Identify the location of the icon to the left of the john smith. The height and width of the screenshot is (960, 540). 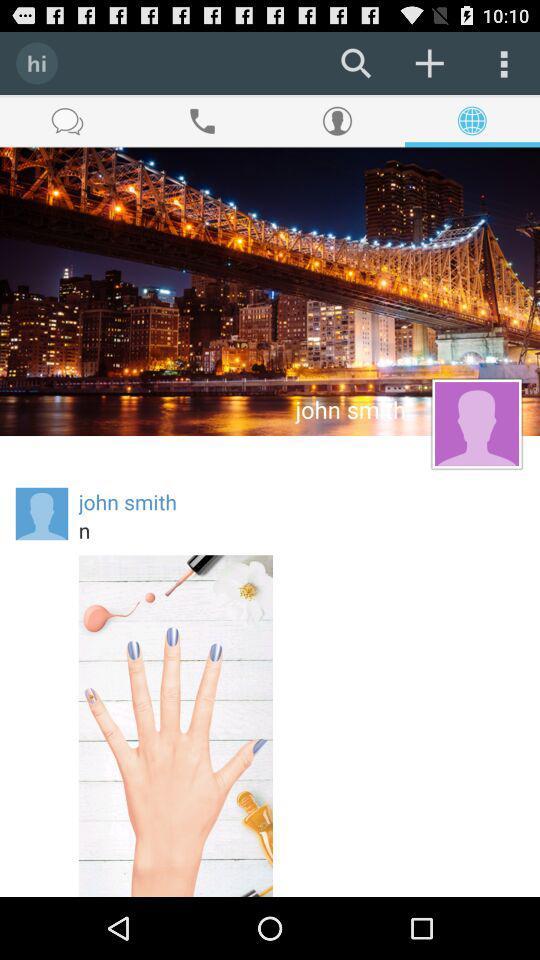
(42, 512).